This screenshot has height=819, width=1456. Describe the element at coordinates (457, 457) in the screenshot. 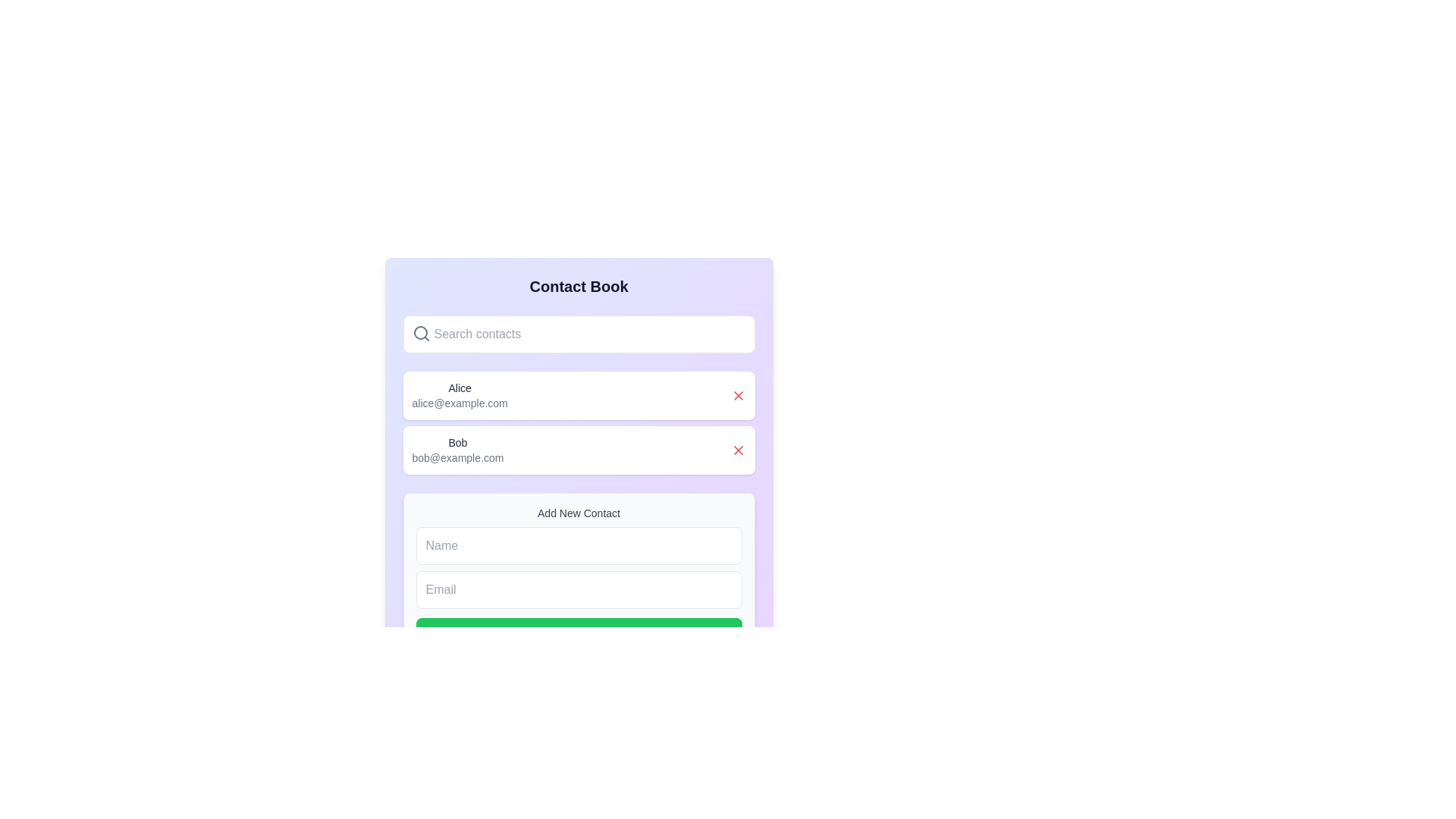

I see `the text display showing the email address 'bob@example.com' in the 'Contact Book' interface, which is positioned below the name 'Bob.'` at that location.